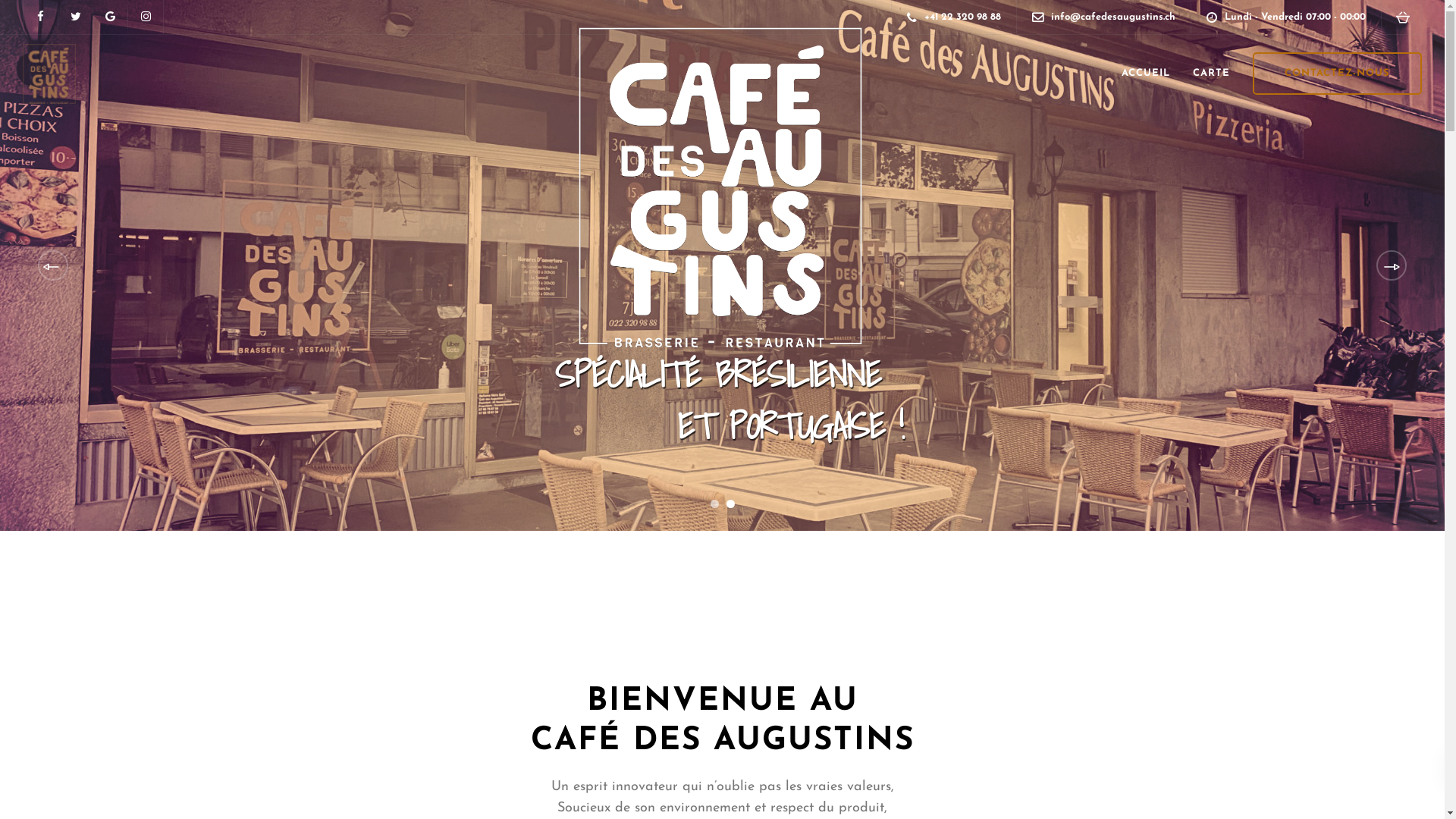 The width and height of the screenshot is (1456, 819). What do you see at coordinates (965, 17) in the screenshot?
I see `'+41 22 320 98 88'` at bounding box center [965, 17].